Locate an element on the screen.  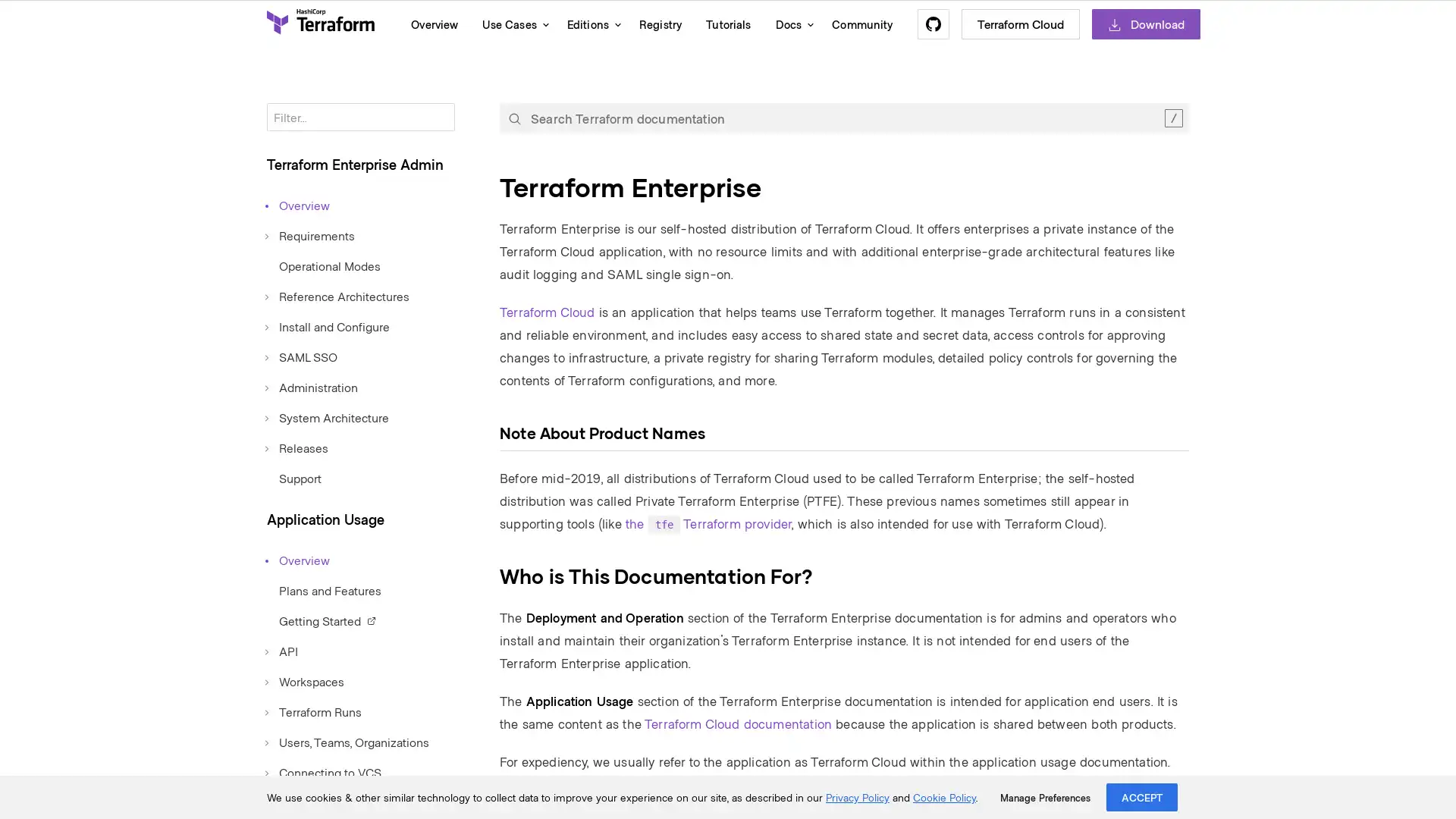
Workspaces is located at coordinates (305, 680).